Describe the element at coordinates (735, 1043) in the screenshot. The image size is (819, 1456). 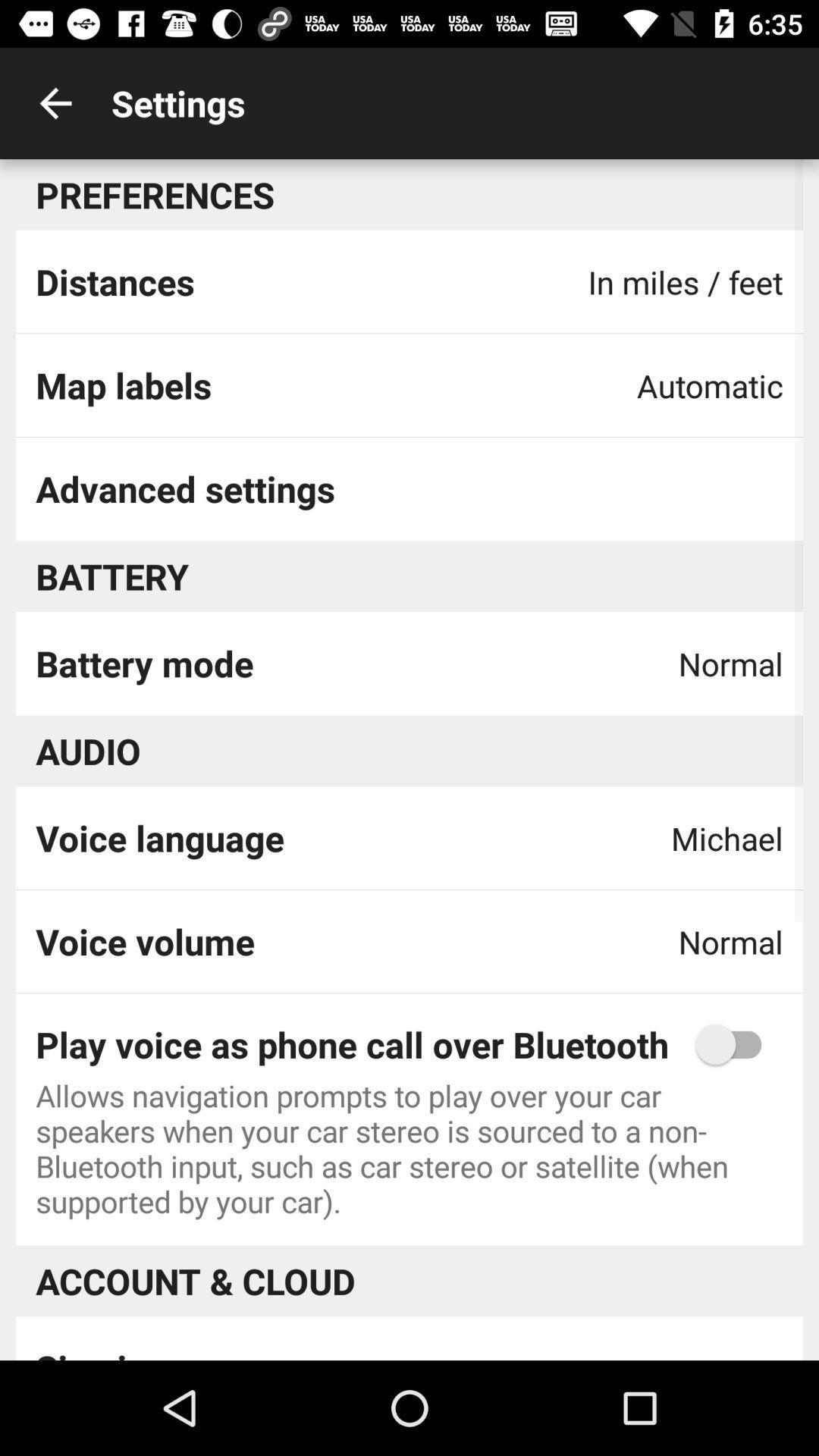
I see `autoplay icon` at that location.